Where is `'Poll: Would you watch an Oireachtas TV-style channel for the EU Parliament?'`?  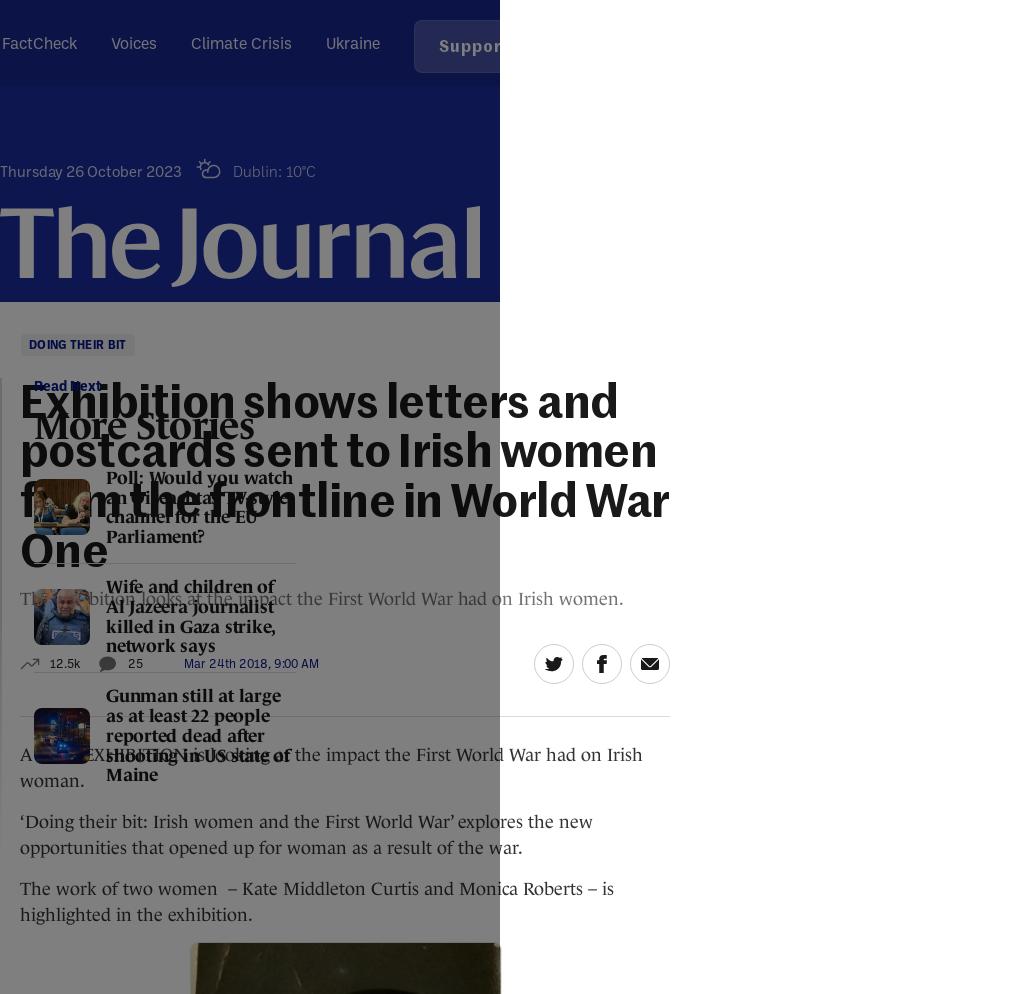 'Poll: Would you watch an Oireachtas TV-style channel for the EU Parliament?' is located at coordinates (198, 506).